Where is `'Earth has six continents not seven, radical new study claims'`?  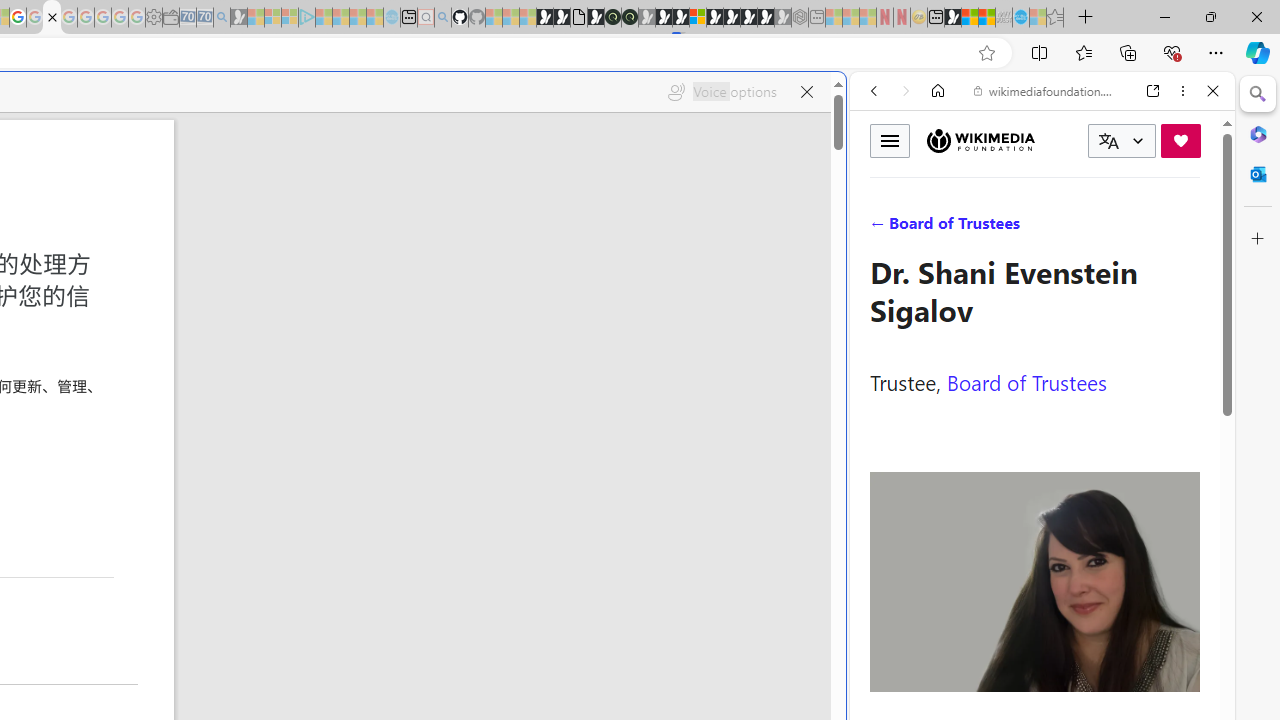 'Earth has six continents not seven, radical new study claims' is located at coordinates (986, 17).